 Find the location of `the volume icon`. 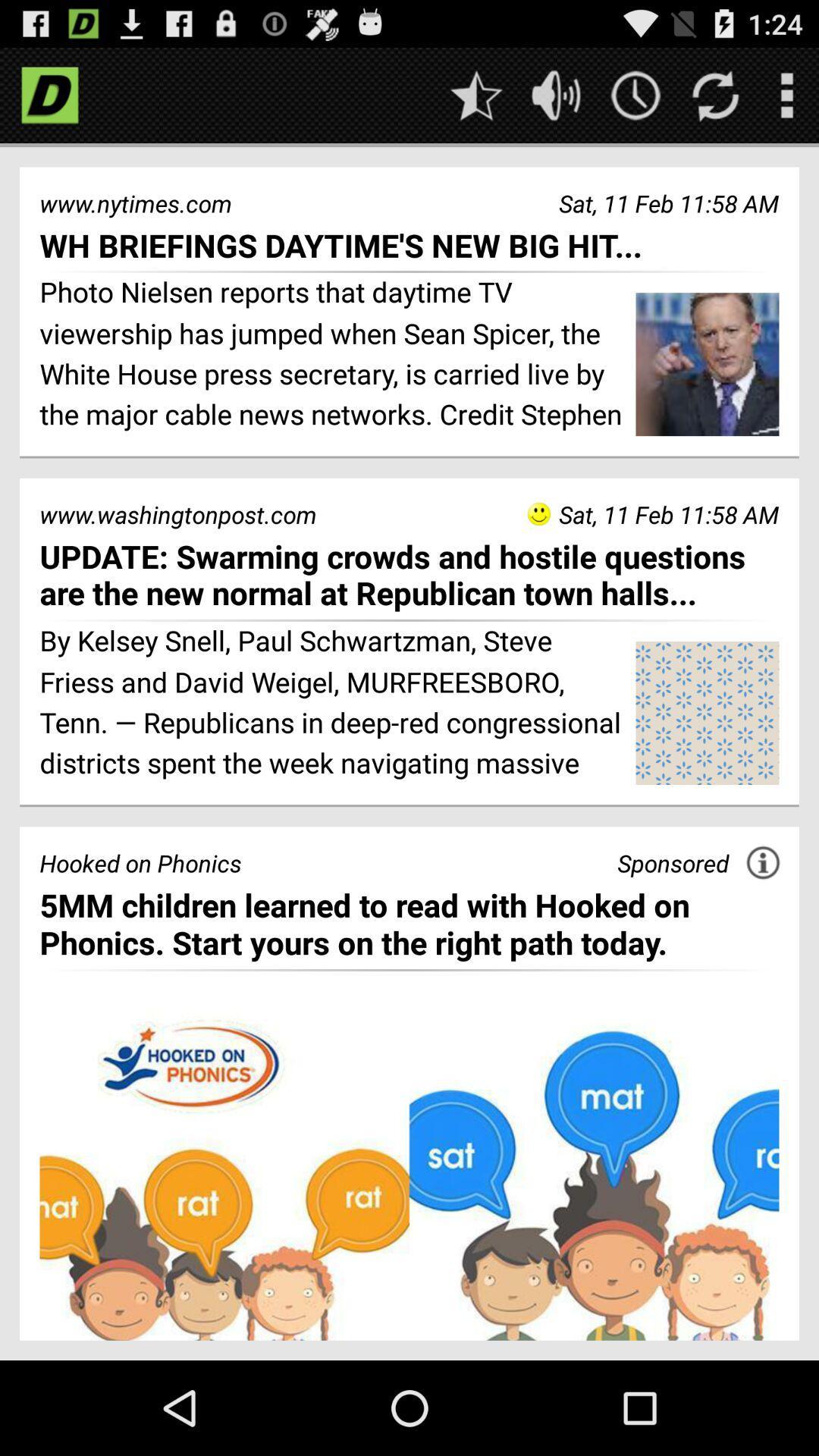

the volume icon is located at coordinates (556, 101).